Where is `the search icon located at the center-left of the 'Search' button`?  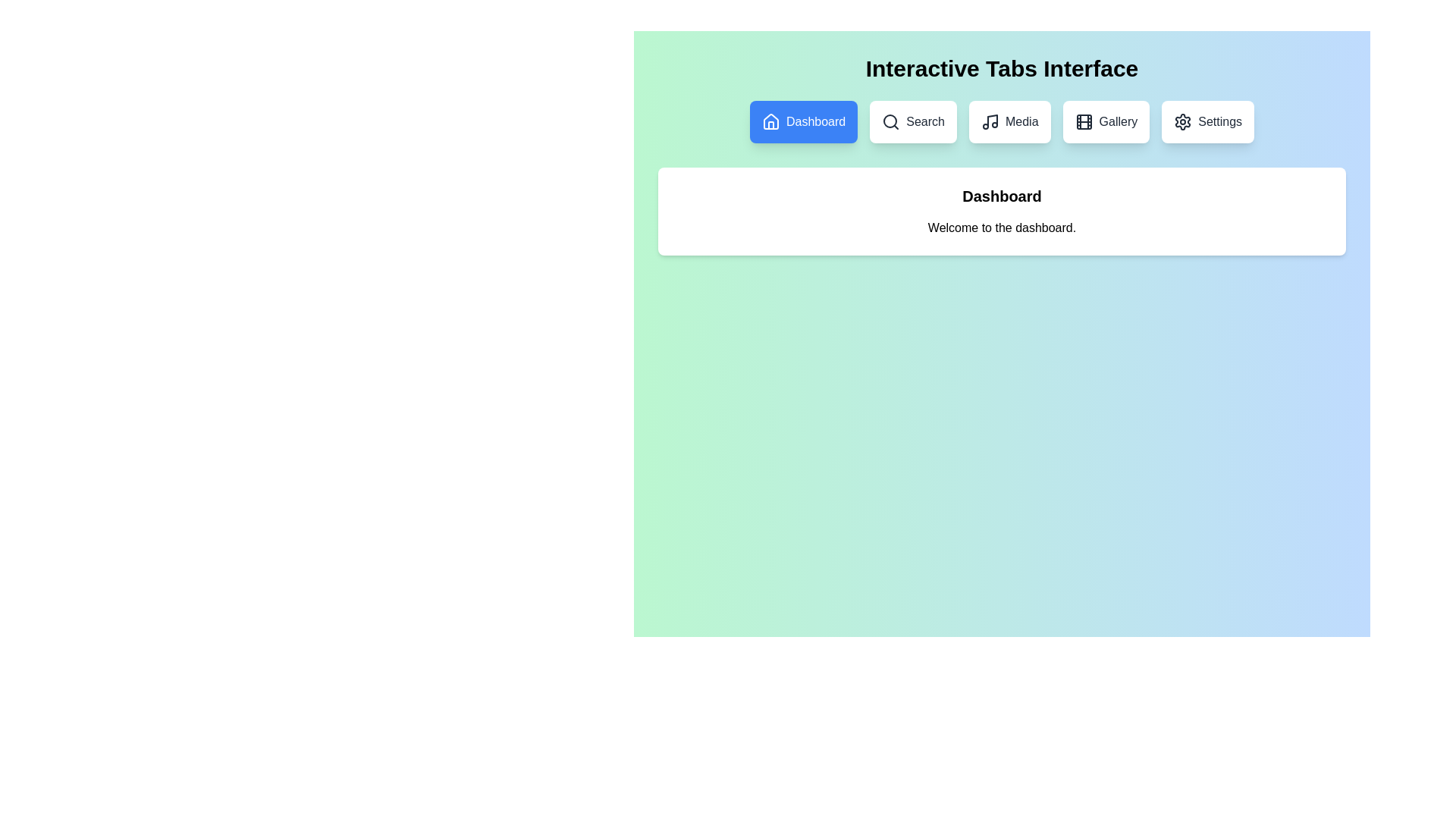 the search icon located at the center-left of the 'Search' button is located at coordinates (891, 121).